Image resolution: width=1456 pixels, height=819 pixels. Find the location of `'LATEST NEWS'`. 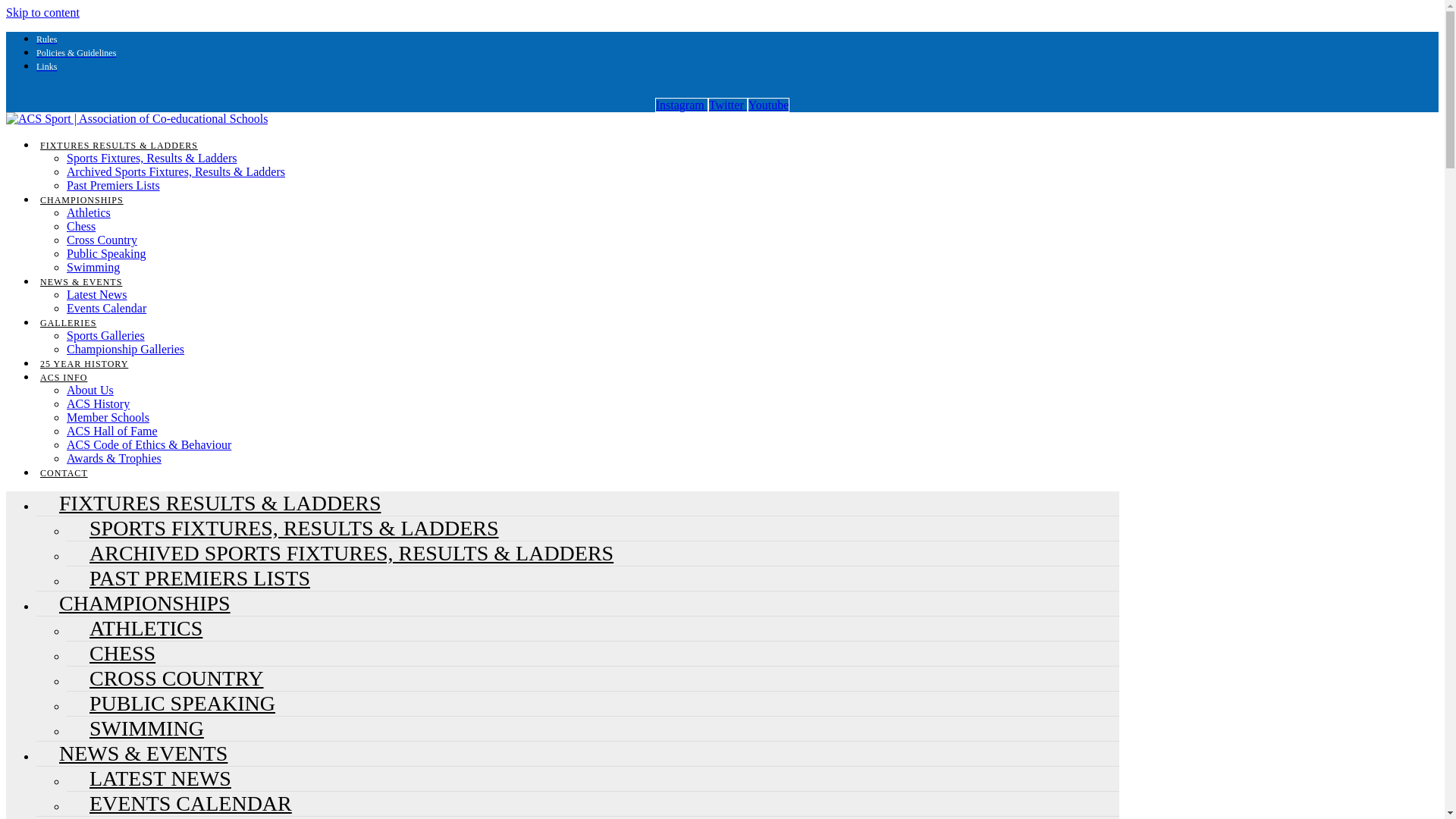

'LATEST NEWS' is located at coordinates (149, 778).